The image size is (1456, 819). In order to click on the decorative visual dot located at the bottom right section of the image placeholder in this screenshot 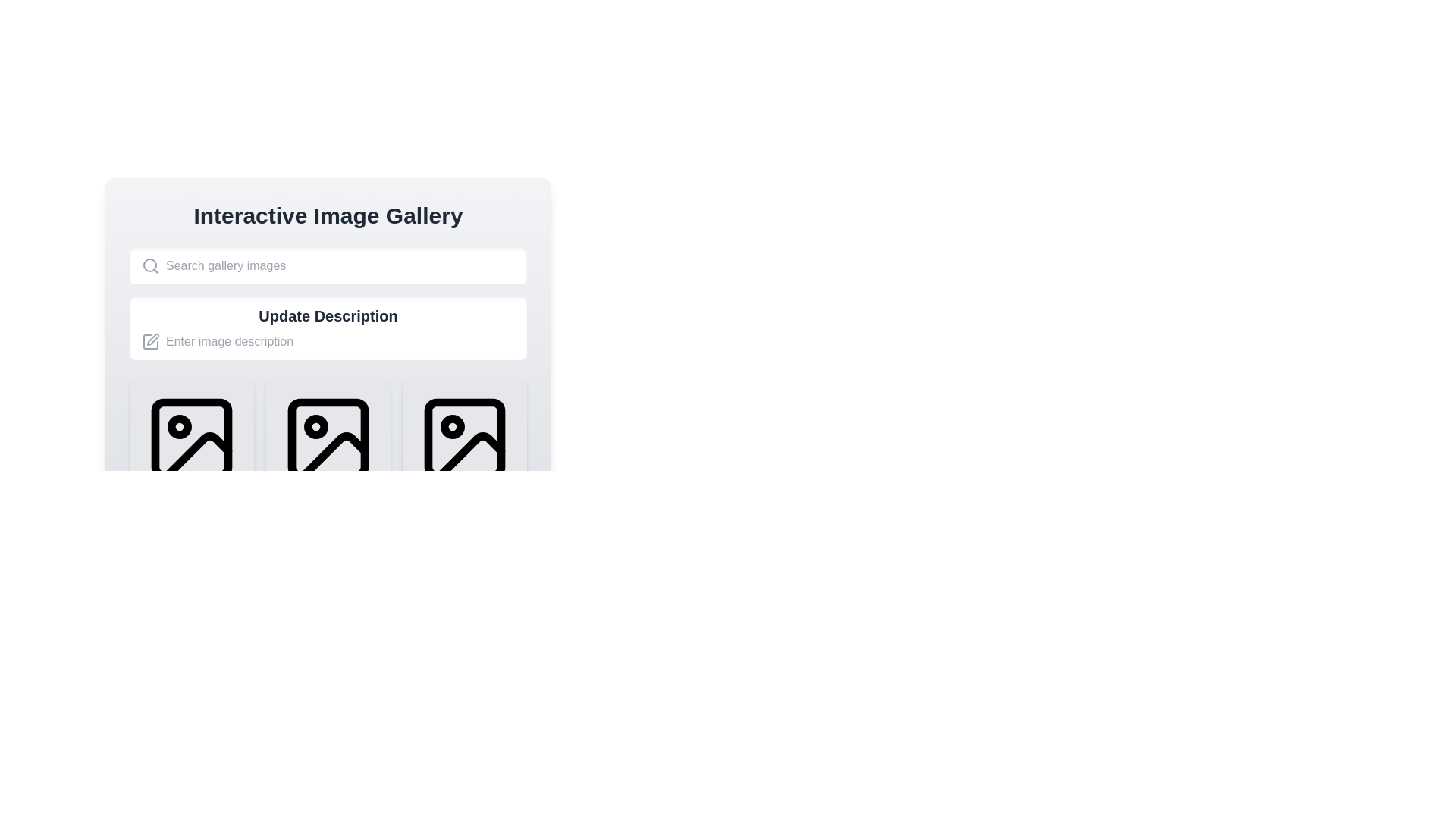, I will do `click(315, 604)`.